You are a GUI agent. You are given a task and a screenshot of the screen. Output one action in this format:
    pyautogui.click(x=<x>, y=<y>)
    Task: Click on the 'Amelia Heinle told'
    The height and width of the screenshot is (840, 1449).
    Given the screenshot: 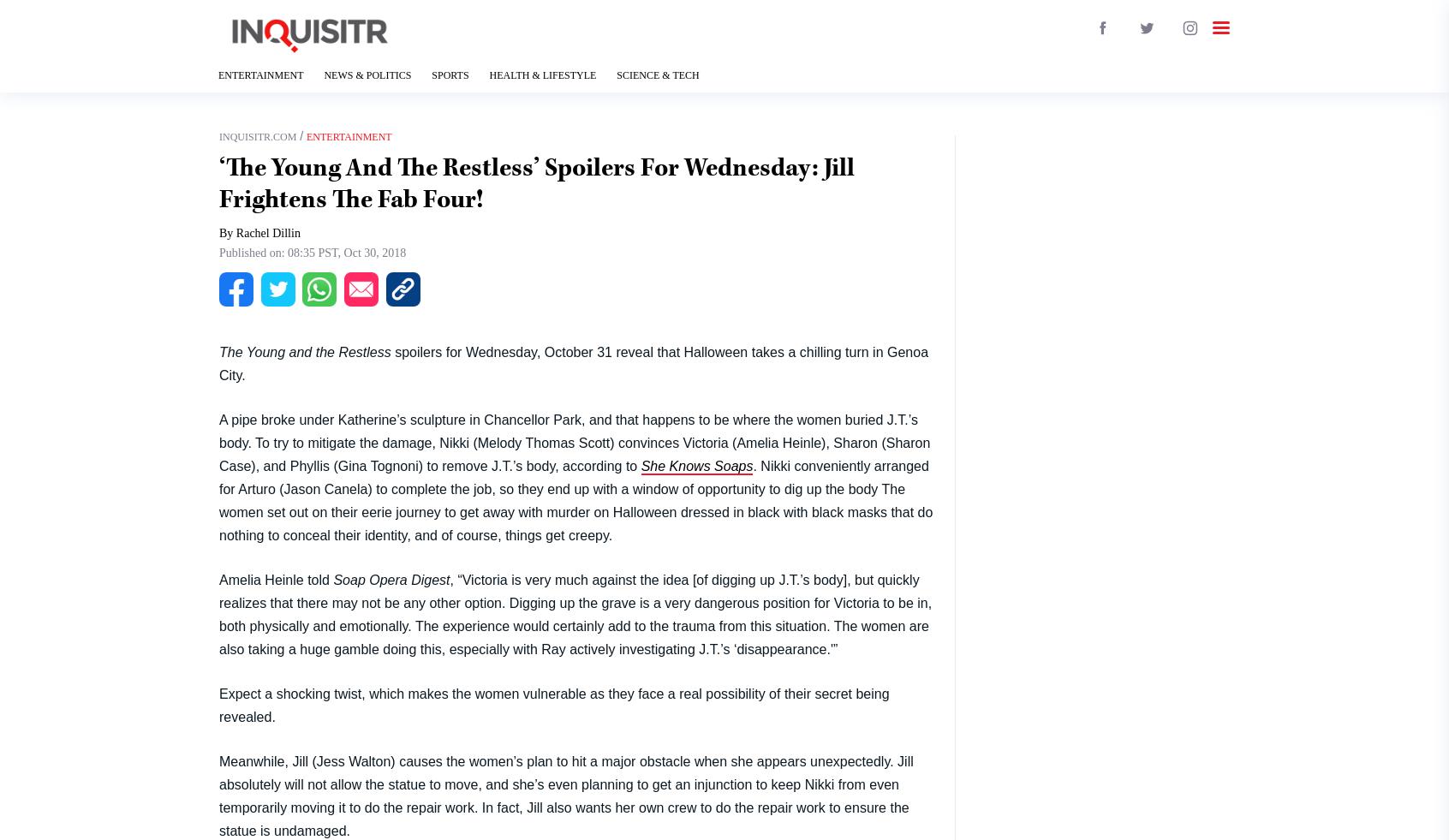 What is the action you would take?
    pyautogui.click(x=275, y=579)
    